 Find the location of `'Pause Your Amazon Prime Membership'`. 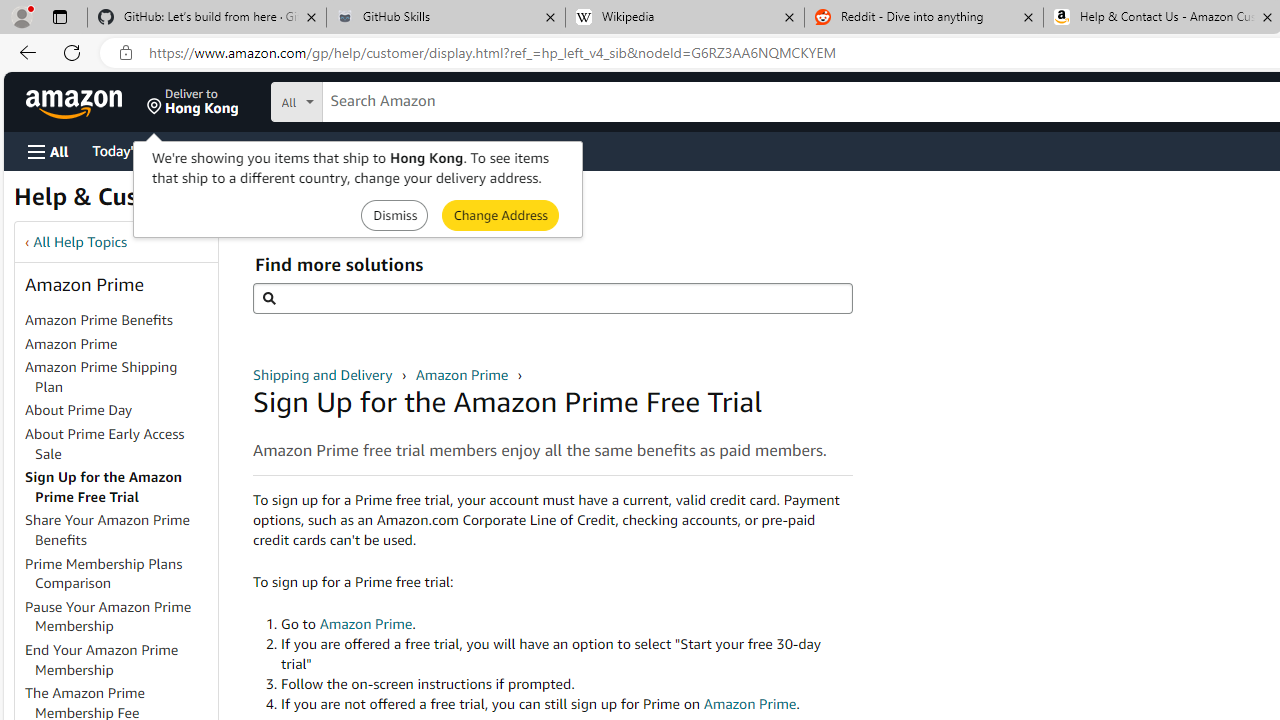

'Pause Your Amazon Prime Membership' is located at coordinates (119, 616).